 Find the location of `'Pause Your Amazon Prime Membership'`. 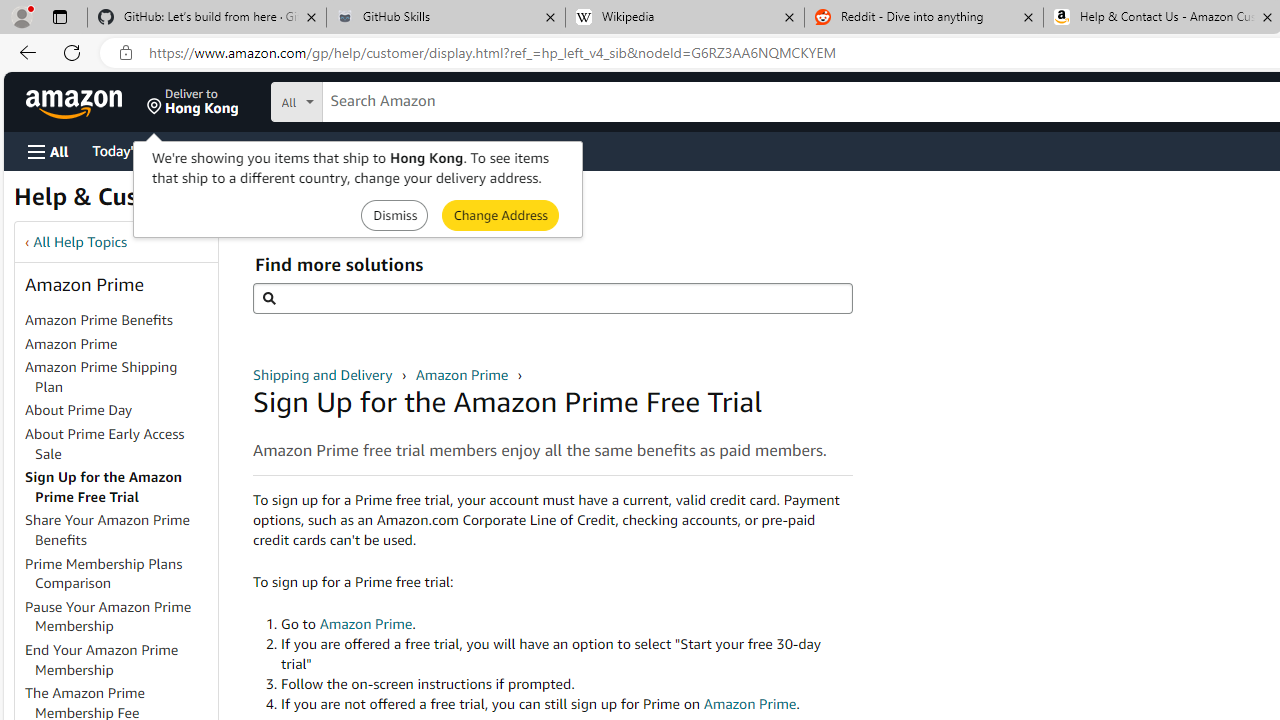

'Pause Your Amazon Prime Membership' is located at coordinates (119, 616).